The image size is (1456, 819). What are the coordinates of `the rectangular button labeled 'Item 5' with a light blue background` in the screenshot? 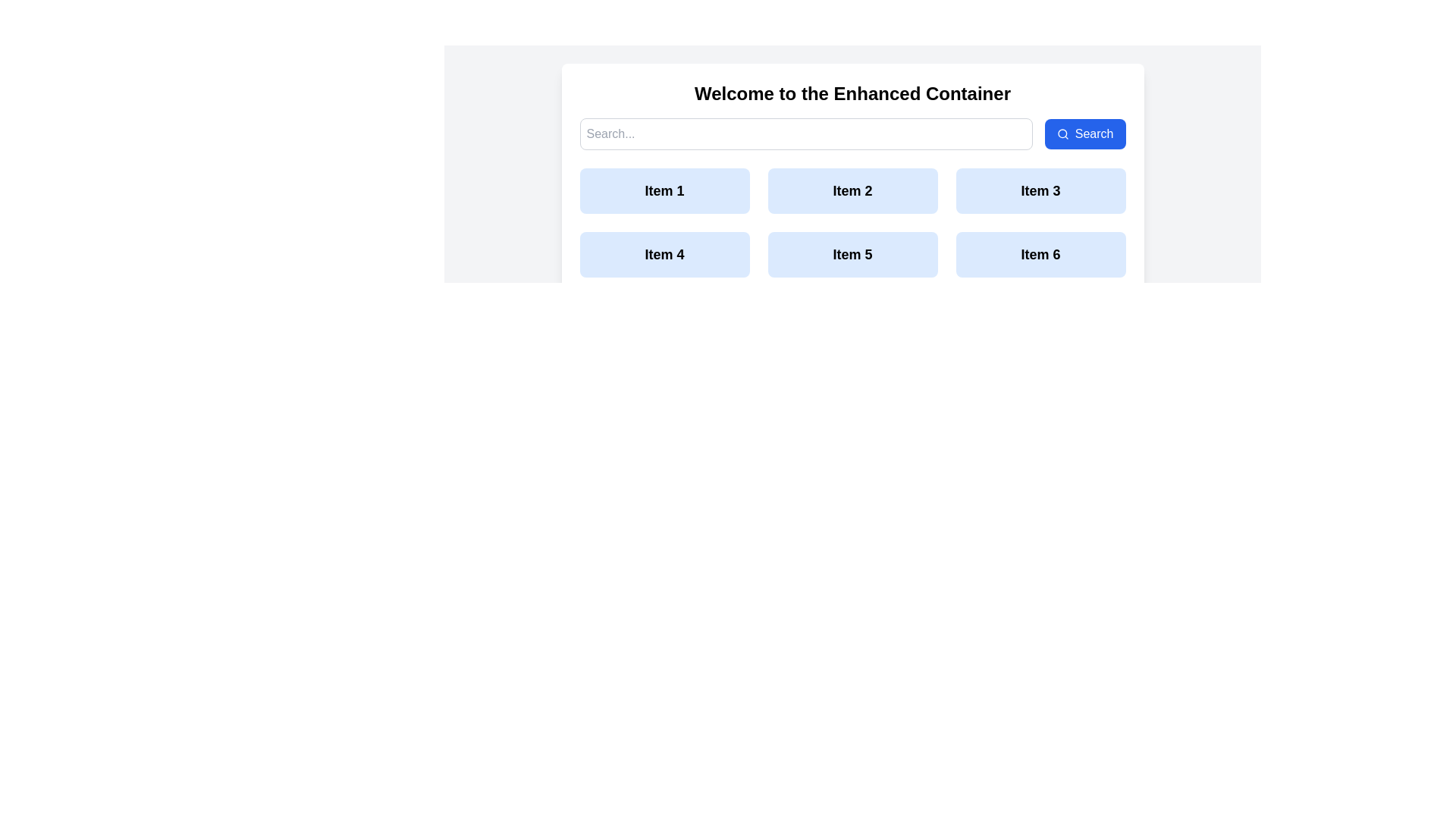 It's located at (852, 253).